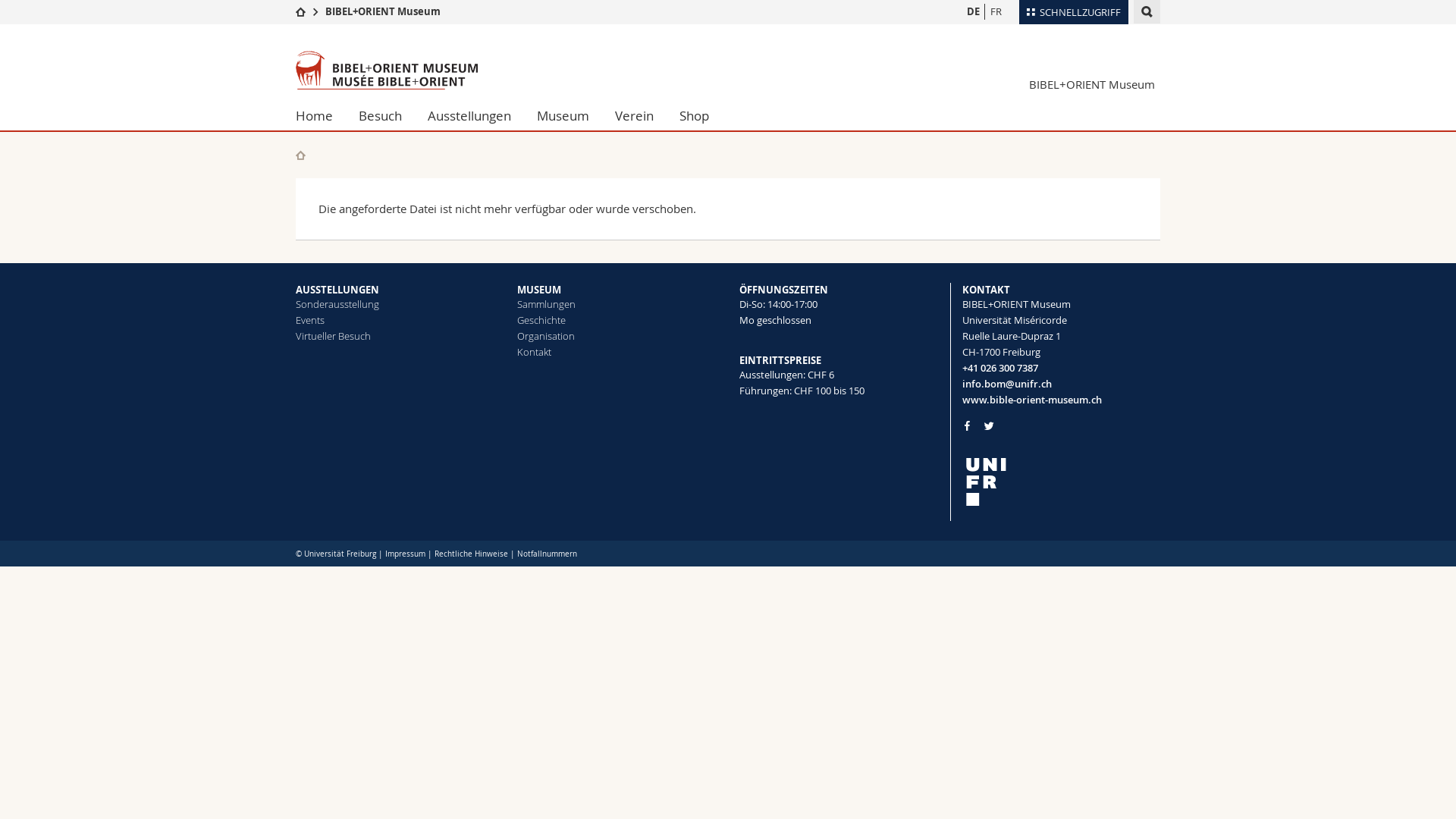 The image size is (1456, 819). What do you see at coordinates (534, 351) in the screenshot?
I see `'Kontakt'` at bounding box center [534, 351].